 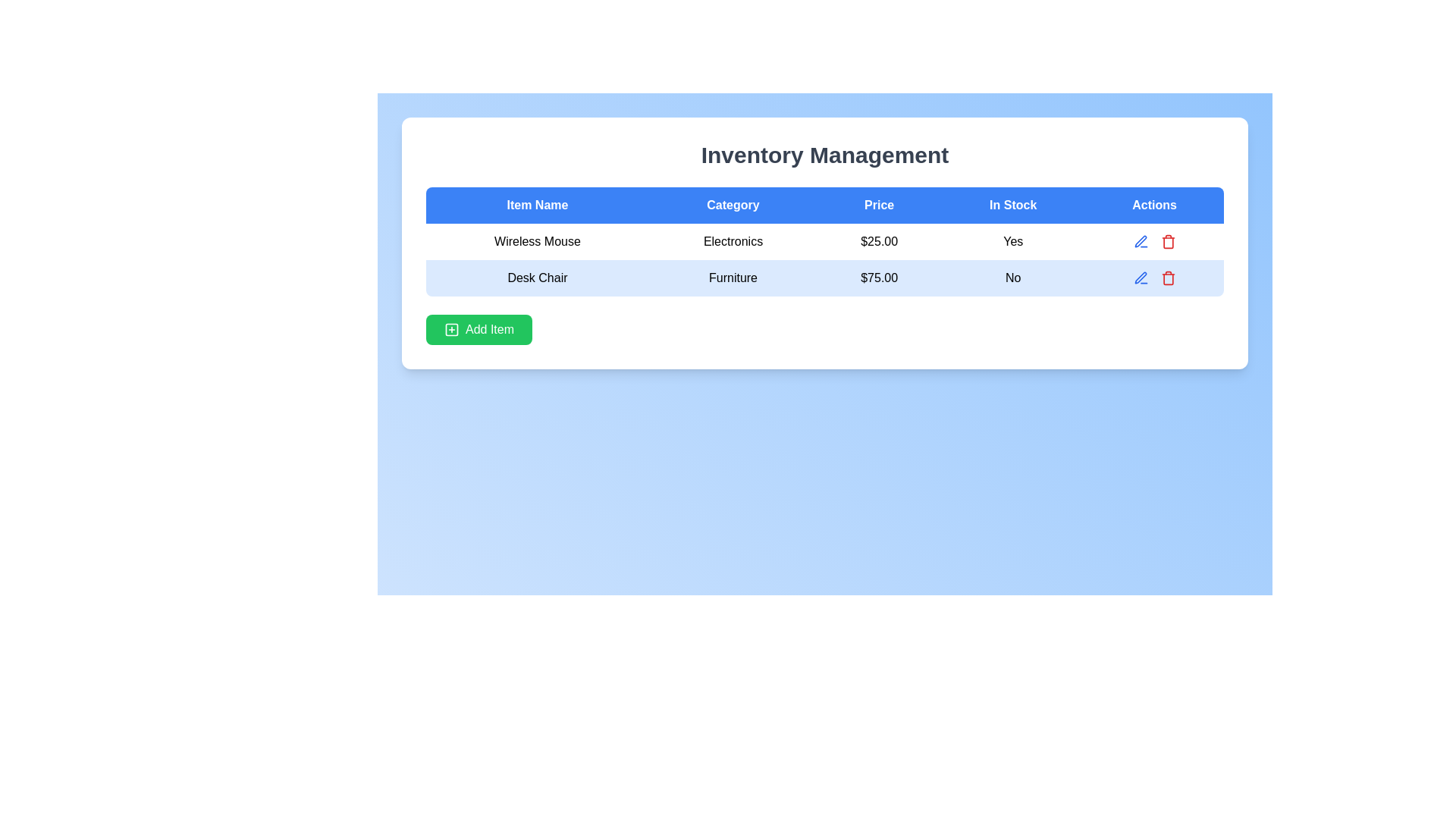 What do you see at coordinates (879, 205) in the screenshot?
I see `the Table Header Cell displaying 'Price' with a blue background, which is centrally aligned in the table header row` at bounding box center [879, 205].